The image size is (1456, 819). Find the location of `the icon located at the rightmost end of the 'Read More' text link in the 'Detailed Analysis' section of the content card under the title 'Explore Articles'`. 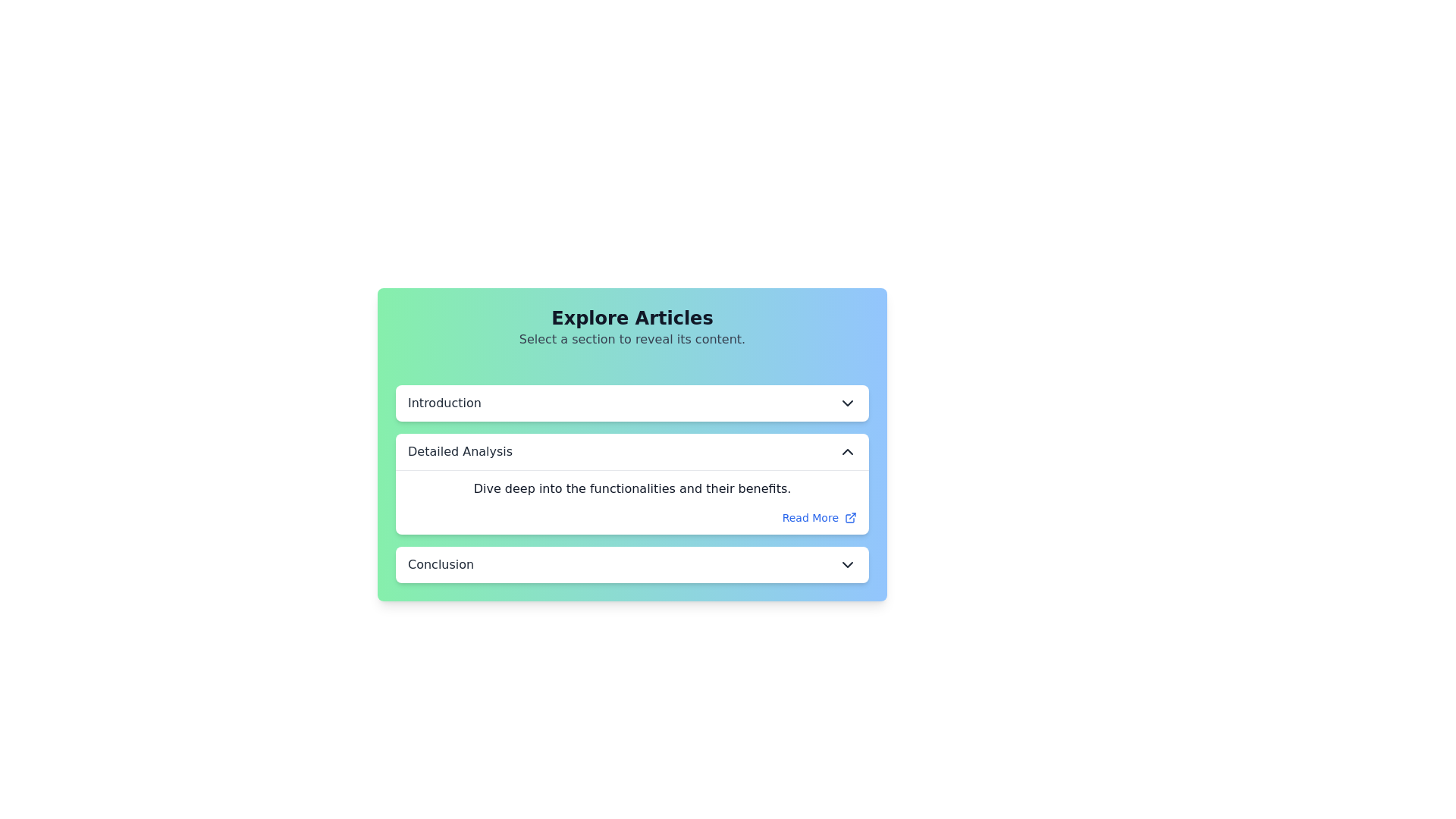

the icon located at the rightmost end of the 'Read More' text link in the 'Detailed Analysis' section of the content card under the title 'Explore Articles' is located at coordinates (851, 516).